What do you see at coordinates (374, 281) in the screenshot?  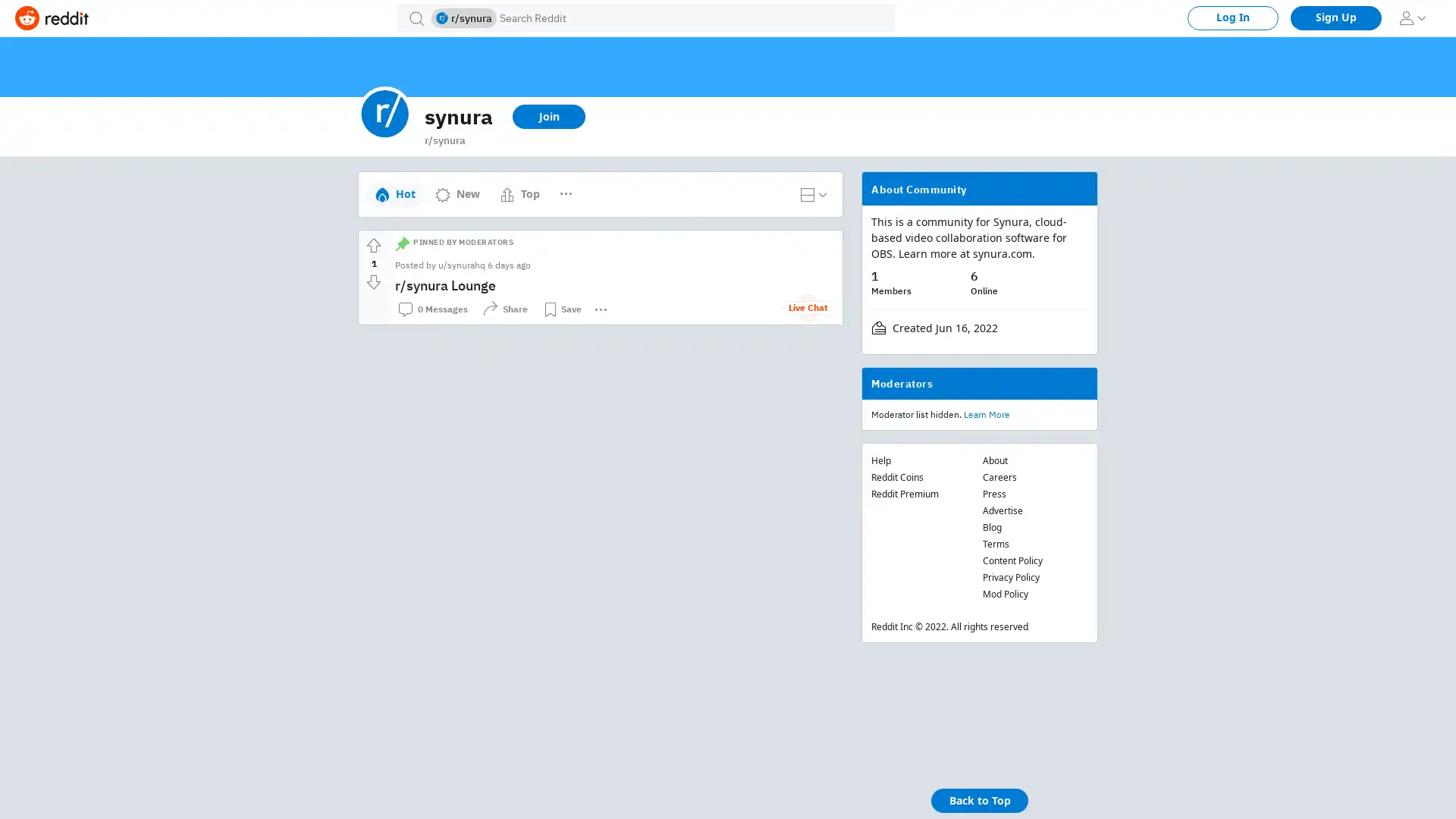 I see `downvote` at bounding box center [374, 281].